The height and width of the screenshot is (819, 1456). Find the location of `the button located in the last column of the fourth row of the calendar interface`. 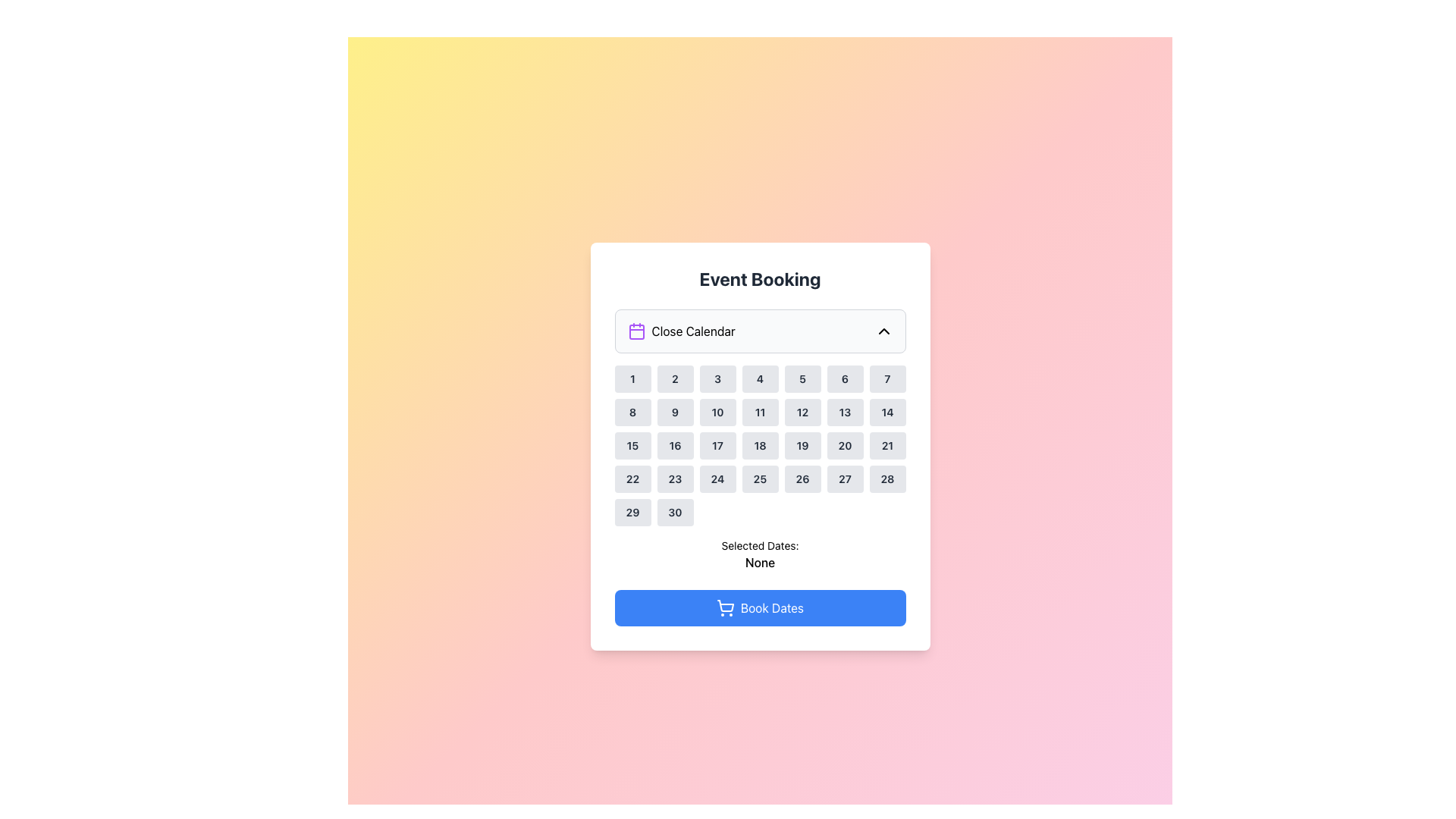

the button located in the last column of the fourth row of the calendar interface is located at coordinates (887, 479).